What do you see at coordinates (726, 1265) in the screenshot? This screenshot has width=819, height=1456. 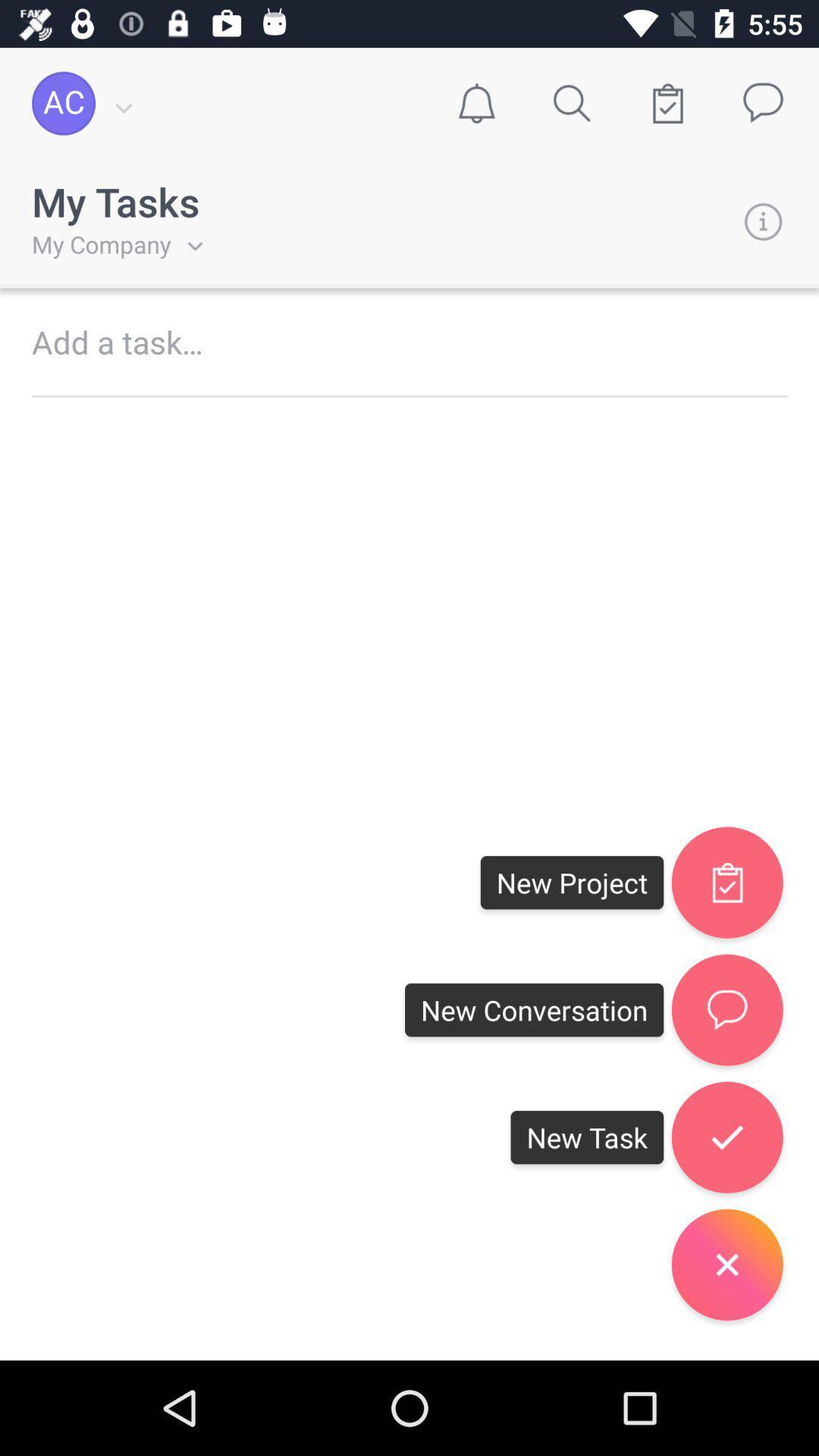 I see `close button below right button` at bounding box center [726, 1265].